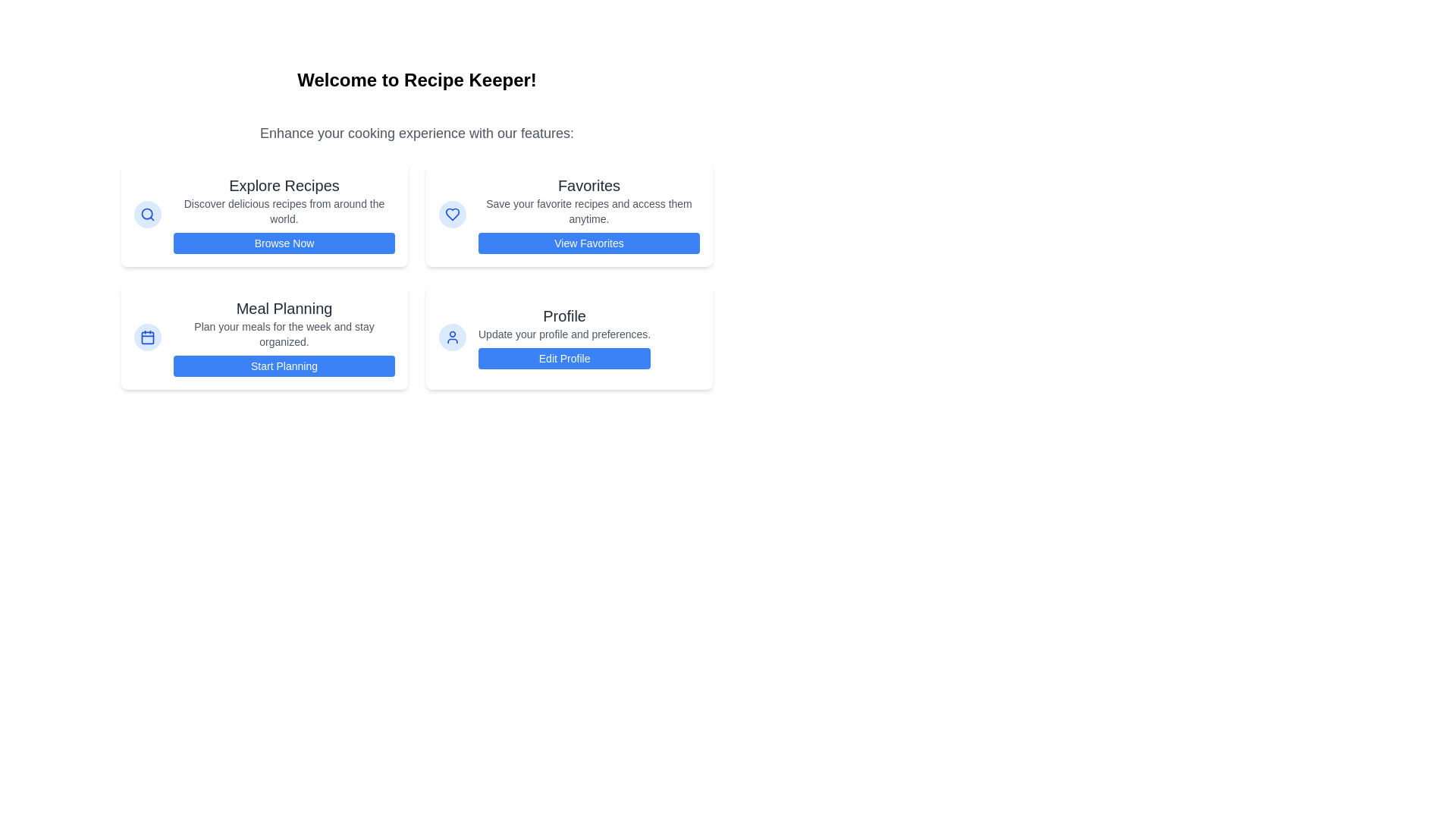  I want to click on the search icon, which is a circular outline with a magnifying glass, located inside the 'Explore Recipes' card at the top left of the grid, so click(148, 214).